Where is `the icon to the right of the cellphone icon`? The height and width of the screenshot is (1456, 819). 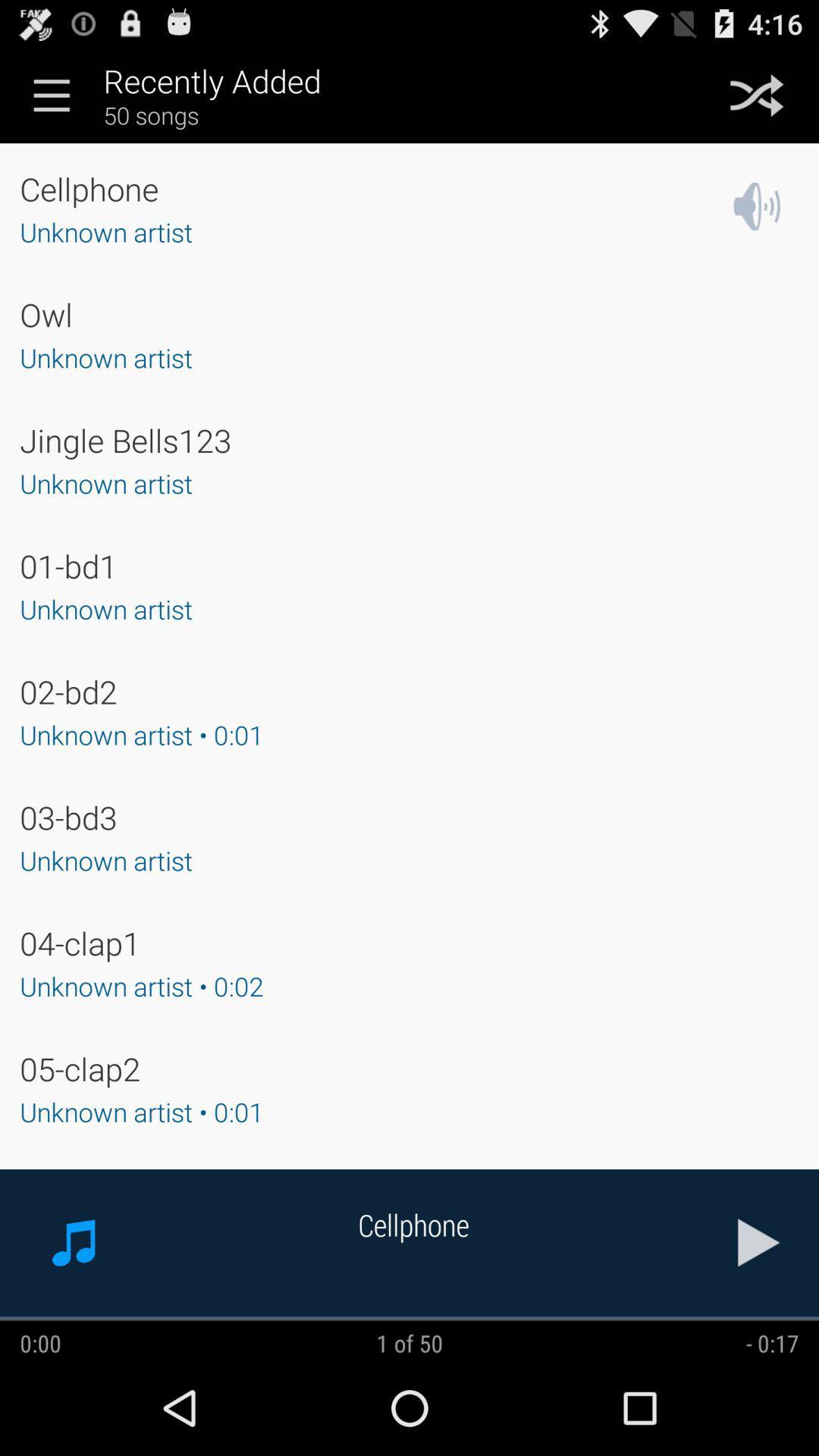
the icon to the right of the cellphone icon is located at coordinates (759, 1242).